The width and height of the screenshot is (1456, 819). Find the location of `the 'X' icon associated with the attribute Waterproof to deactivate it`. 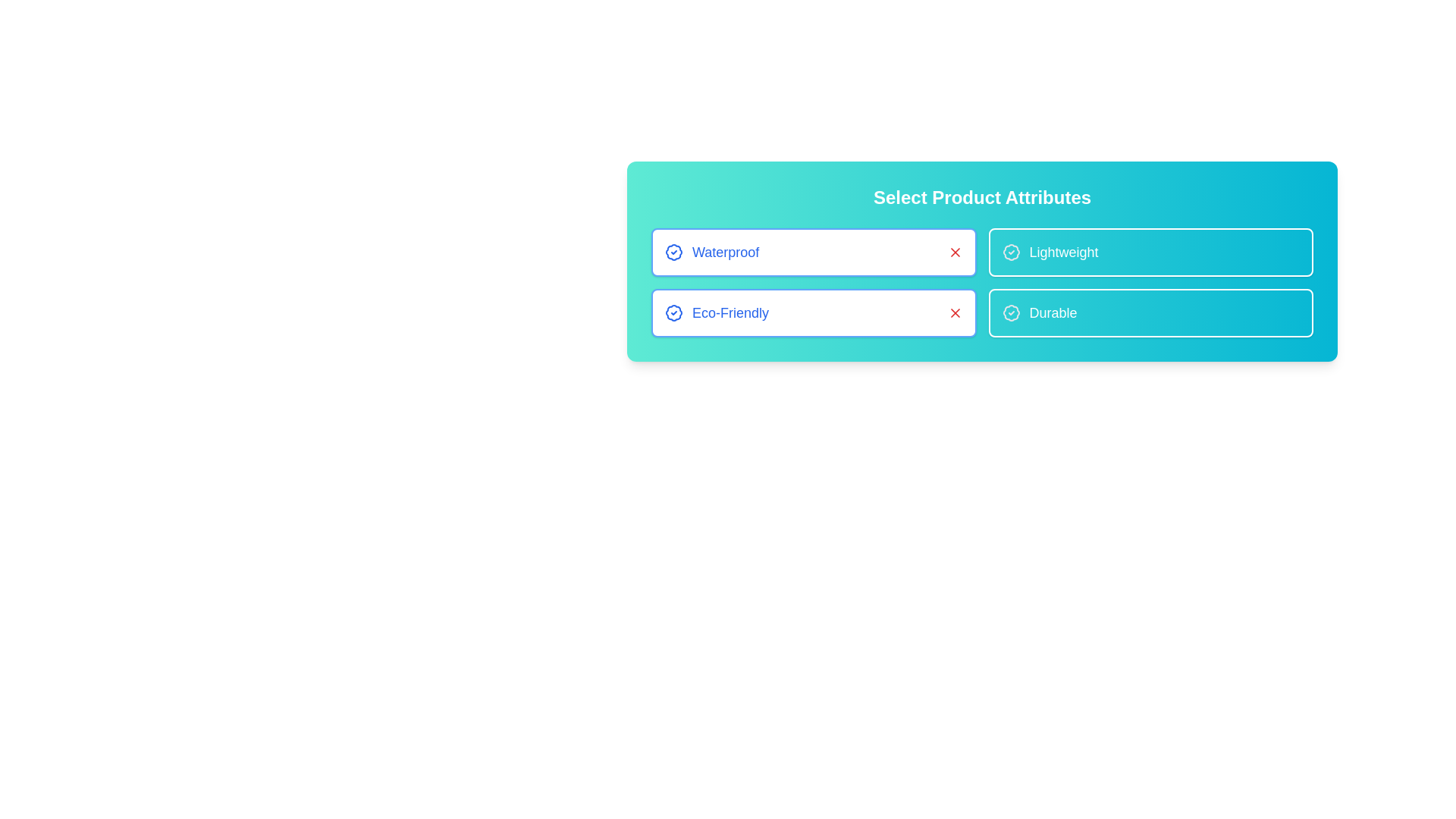

the 'X' icon associated with the attribute Waterproof to deactivate it is located at coordinates (954, 251).